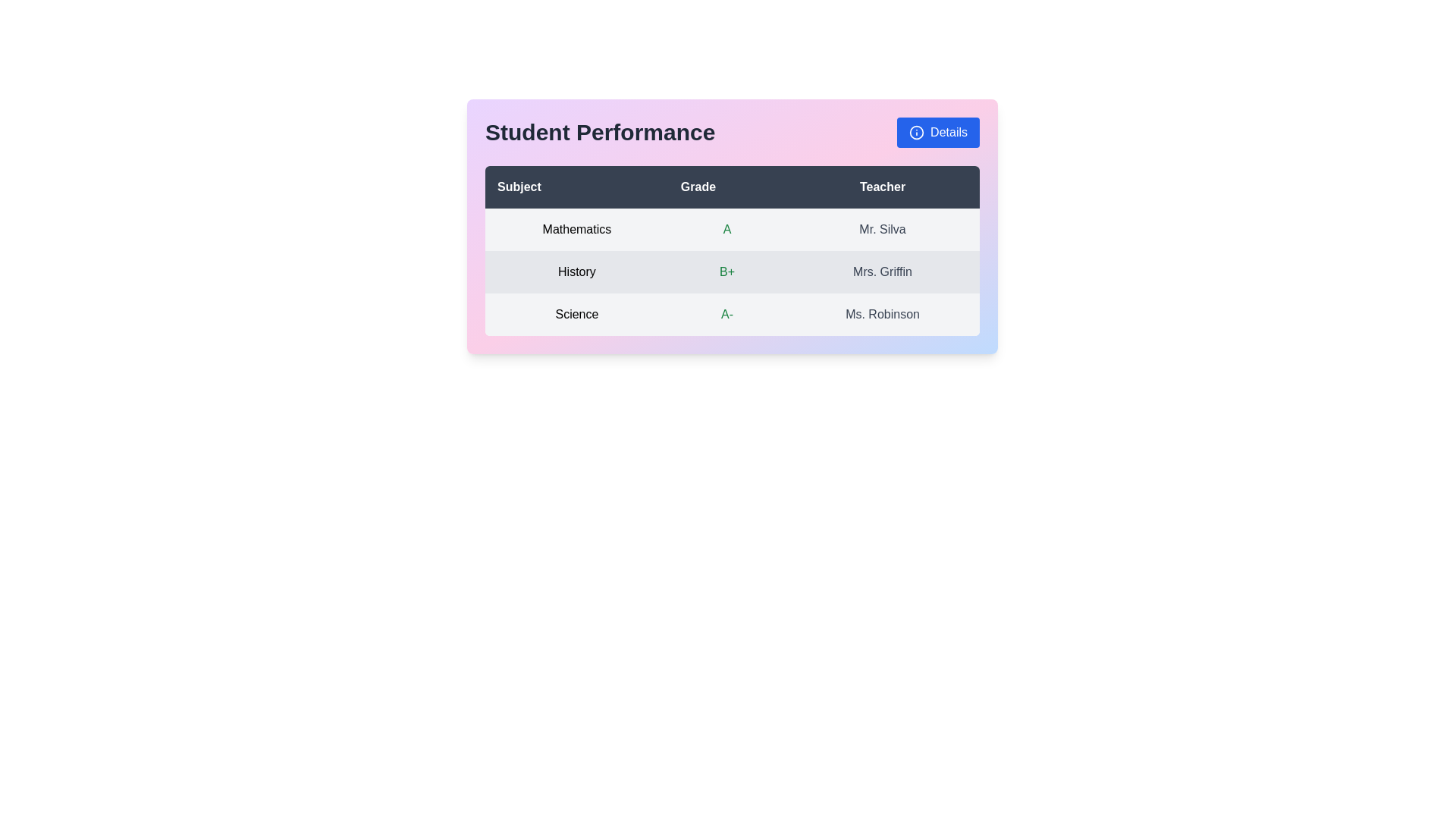  What do you see at coordinates (937, 131) in the screenshot?
I see `the 'Details' button with a blue background and white text, which features a circular 'i' icon, located in the upper-right corner of the 'Student Performance' box to change its color` at bounding box center [937, 131].